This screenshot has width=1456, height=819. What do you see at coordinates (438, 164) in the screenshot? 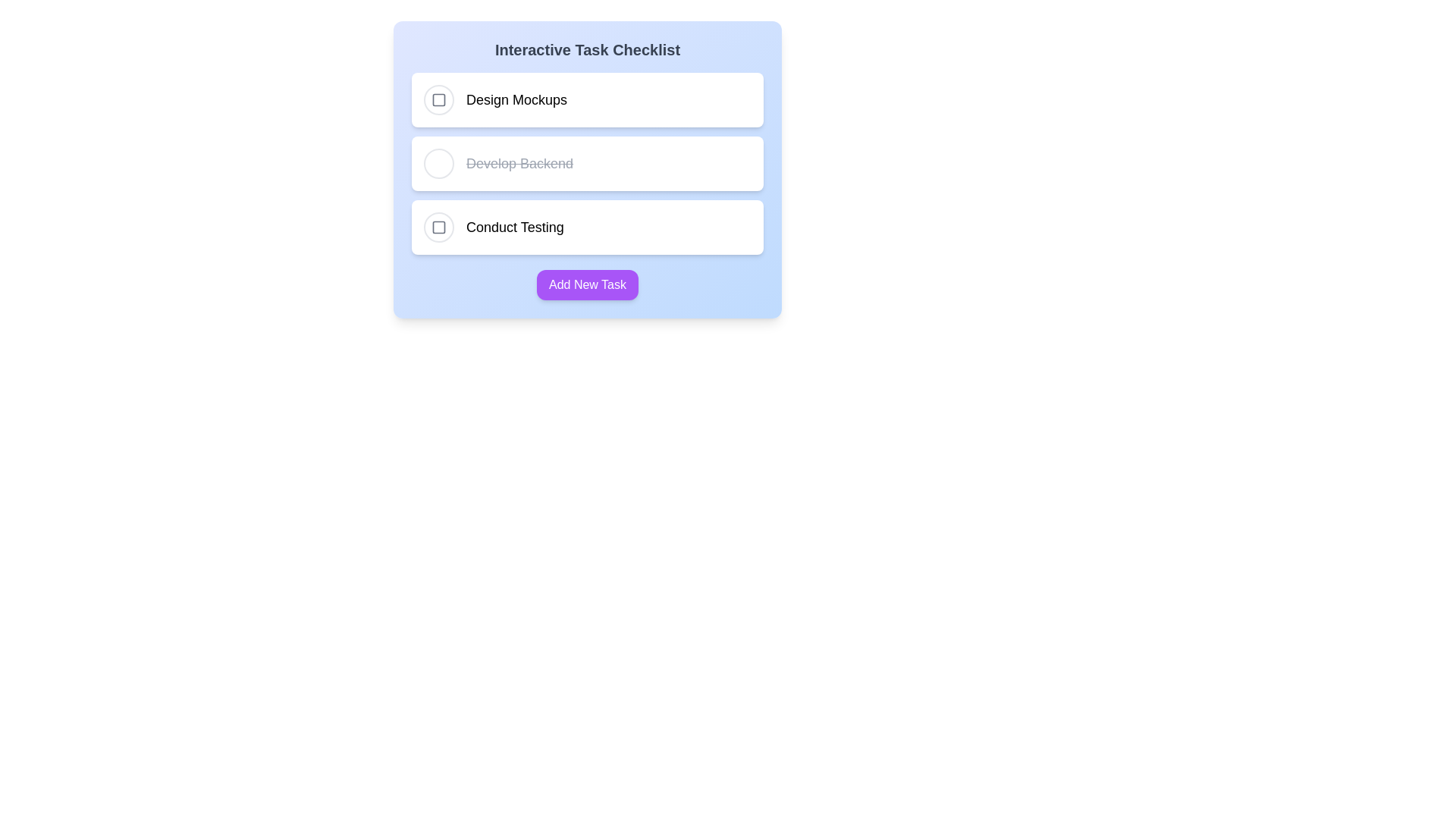
I see `the checkbox of the task labeled Develop Backend to toggle its completion status` at bounding box center [438, 164].